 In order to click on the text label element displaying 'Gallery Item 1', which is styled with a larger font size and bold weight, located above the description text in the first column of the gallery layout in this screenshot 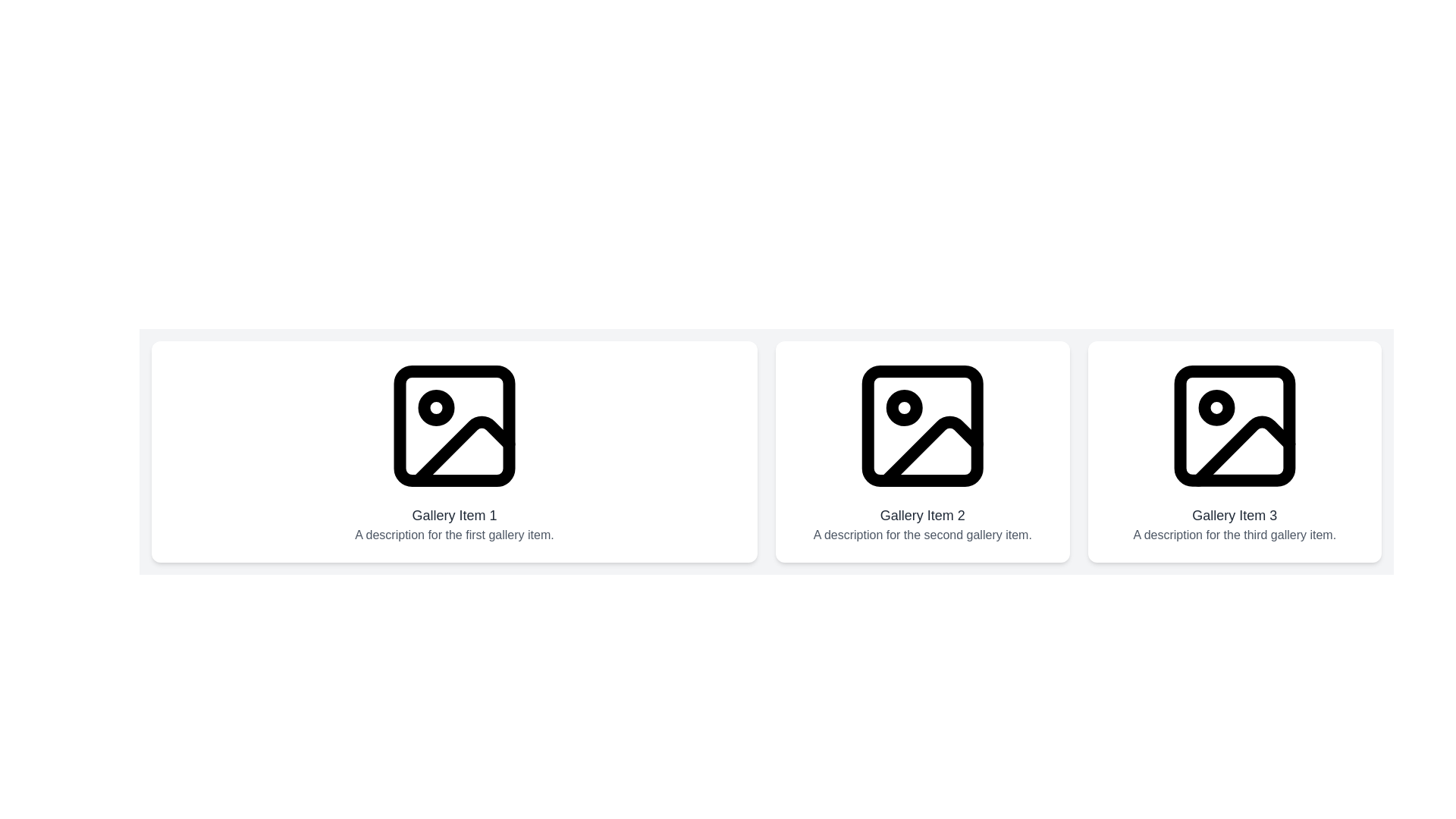, I will do `click(453, 514)`.